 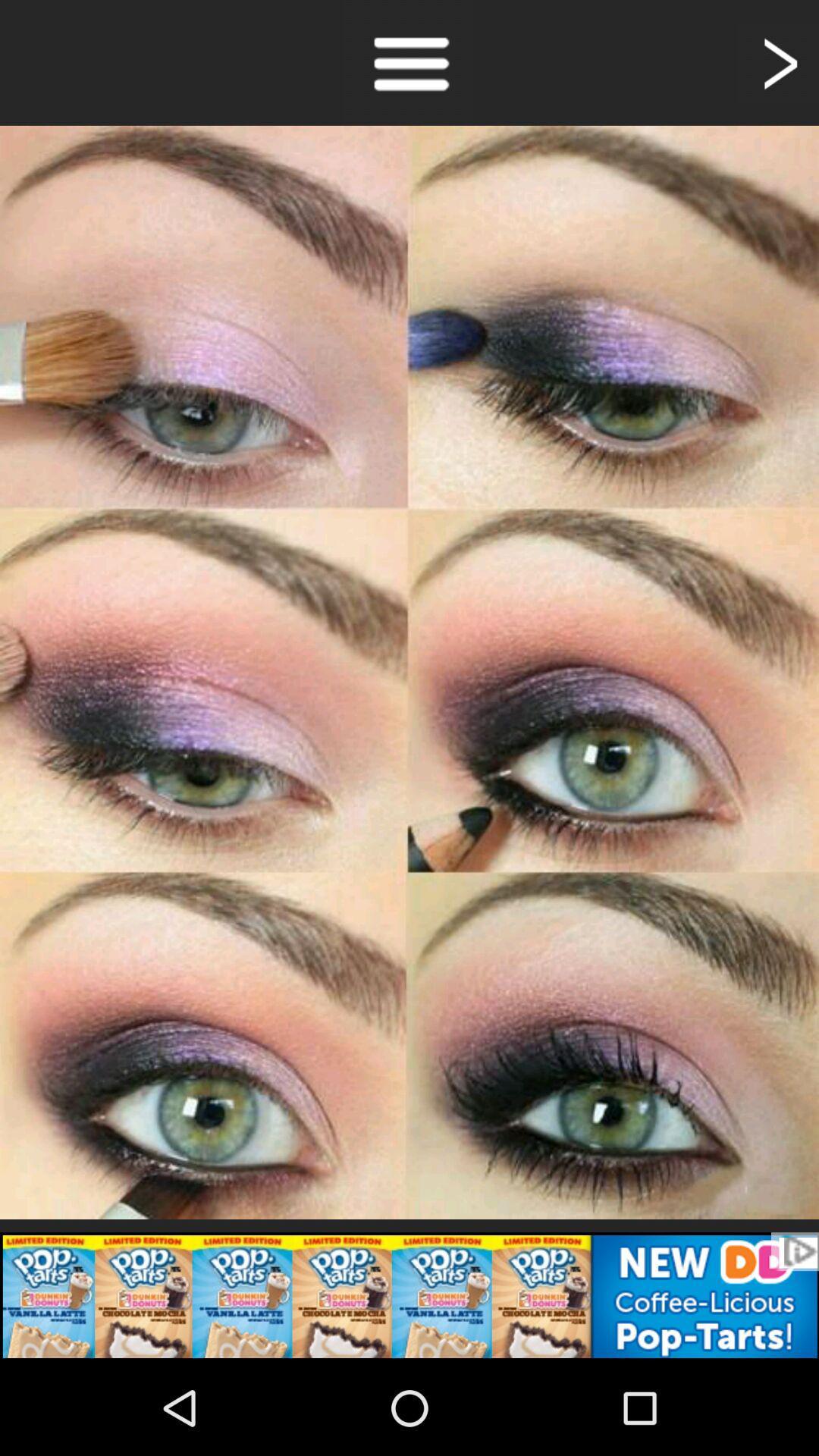 What do you see at coordinates (778, 61) in the screenshot?
I see `next page` at bounding box center [778, 61].